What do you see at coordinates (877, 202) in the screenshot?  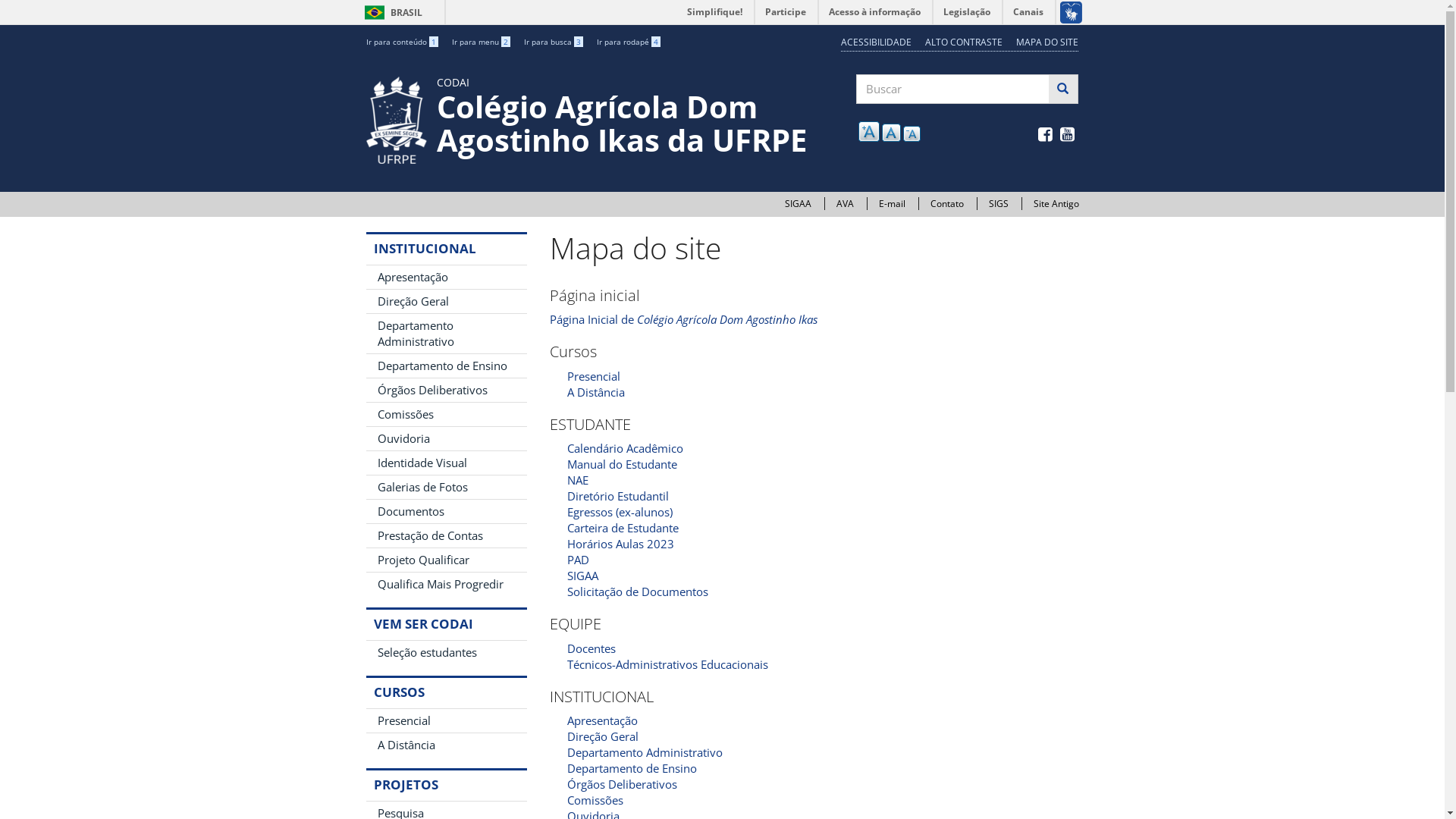 I see `'E-mail'` at bounding box center [877, 202].